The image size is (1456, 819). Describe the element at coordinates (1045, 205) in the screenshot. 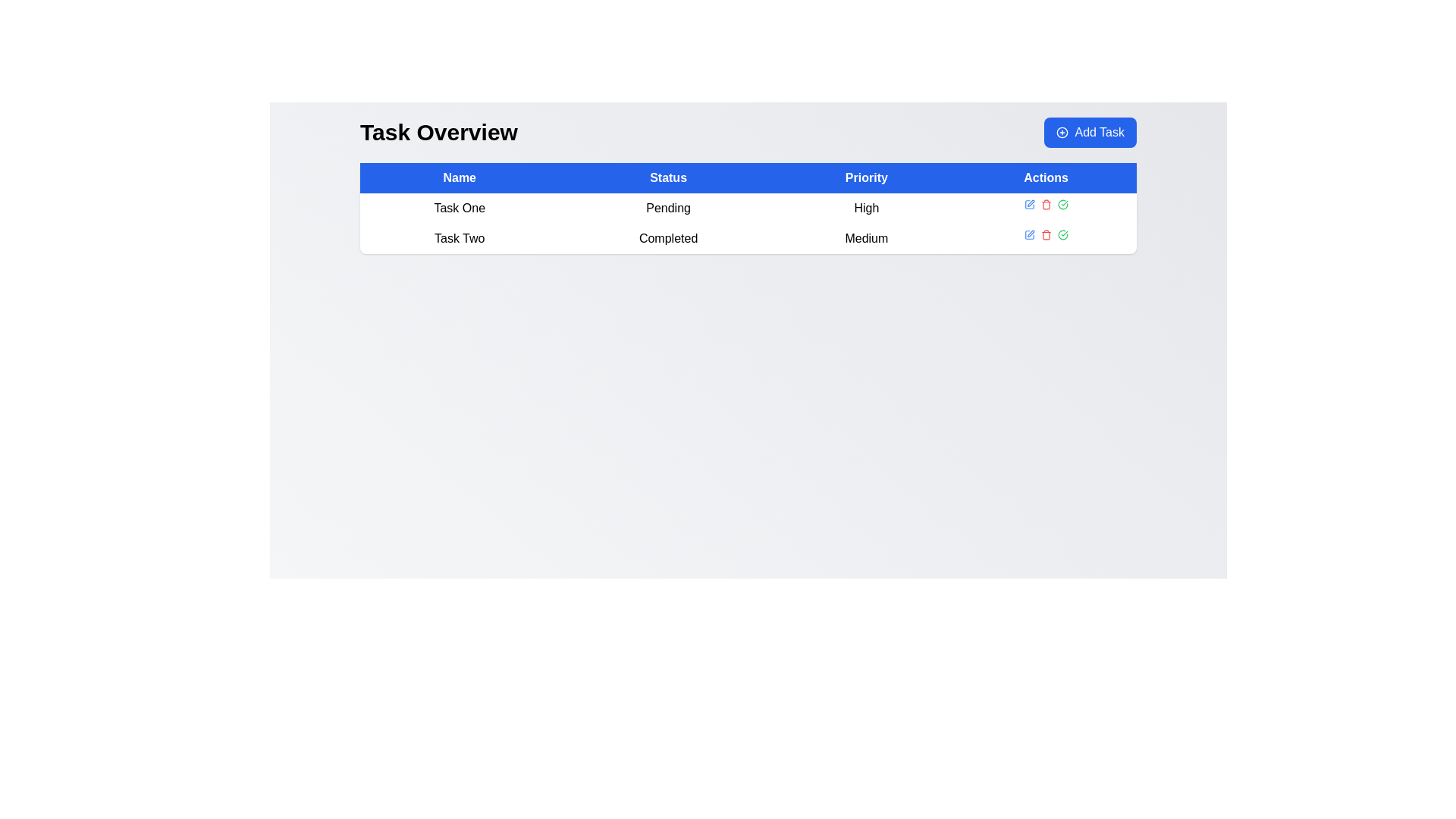

I see `the small red trash bin icon in the 'Actions' column of the first row in the task table` at that location.